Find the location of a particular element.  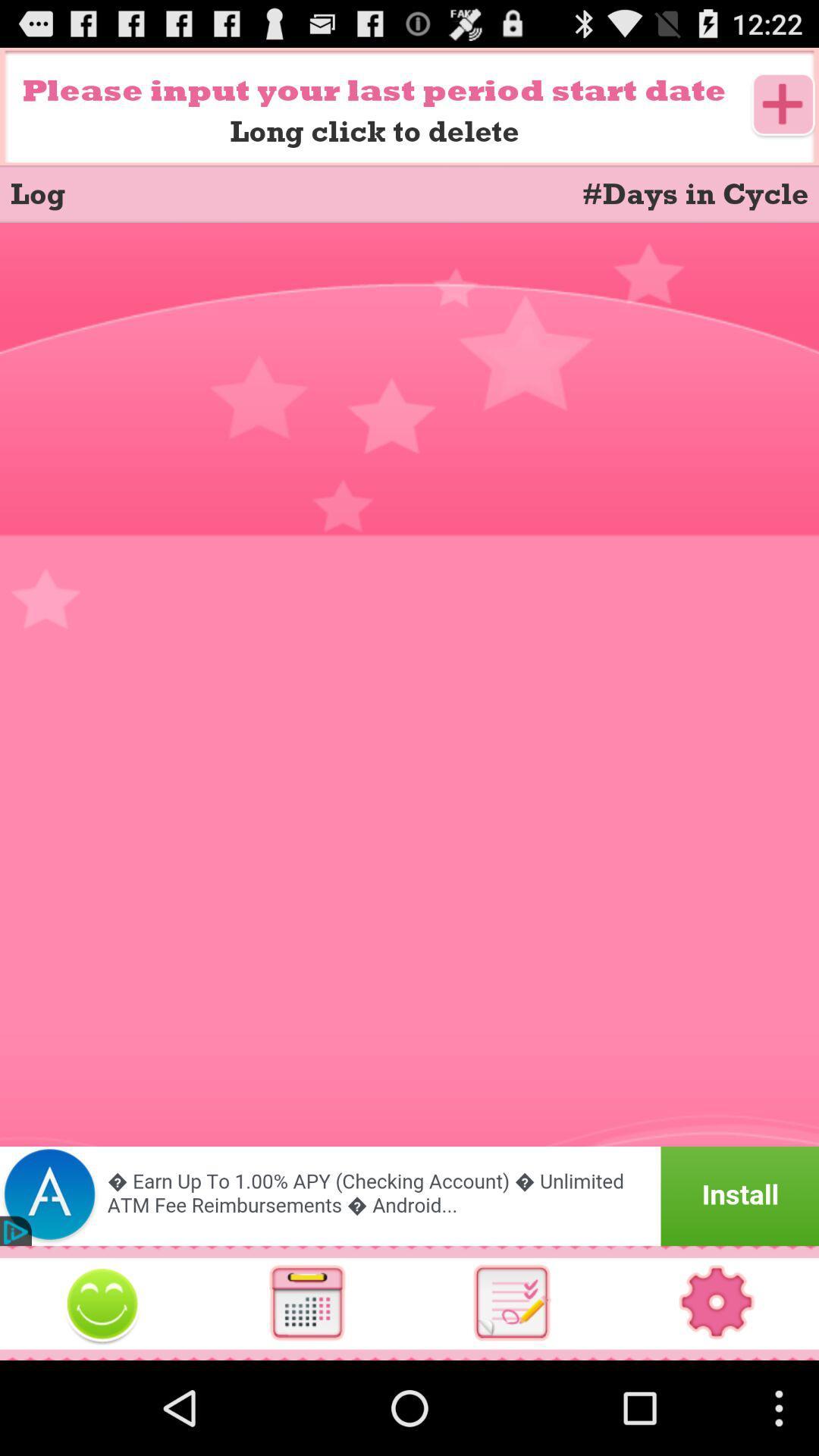

home is located at coordinates (102, 1302).